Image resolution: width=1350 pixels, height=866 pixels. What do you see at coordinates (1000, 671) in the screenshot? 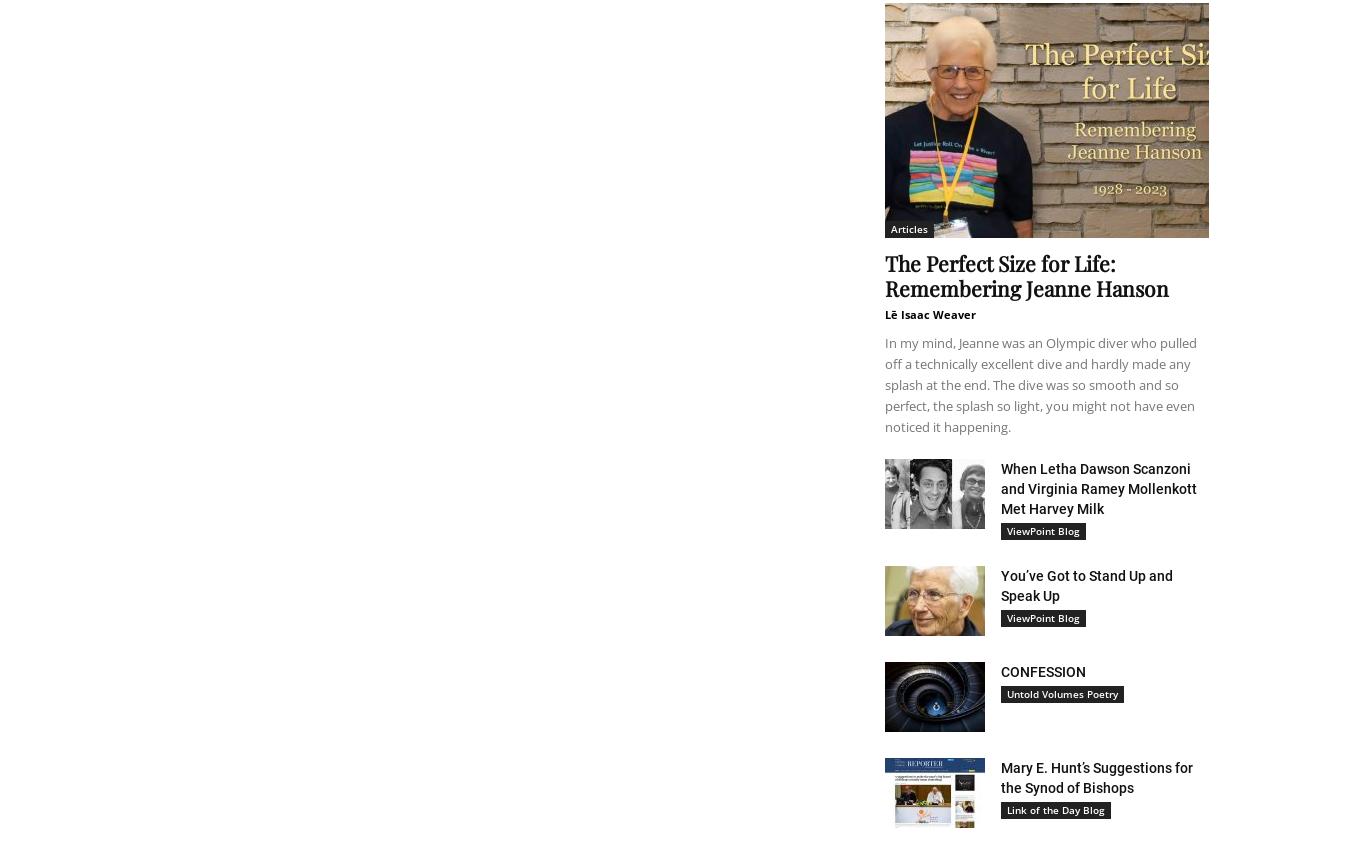
I see `'CONFESSION'` at bounding box center [1000, 671].